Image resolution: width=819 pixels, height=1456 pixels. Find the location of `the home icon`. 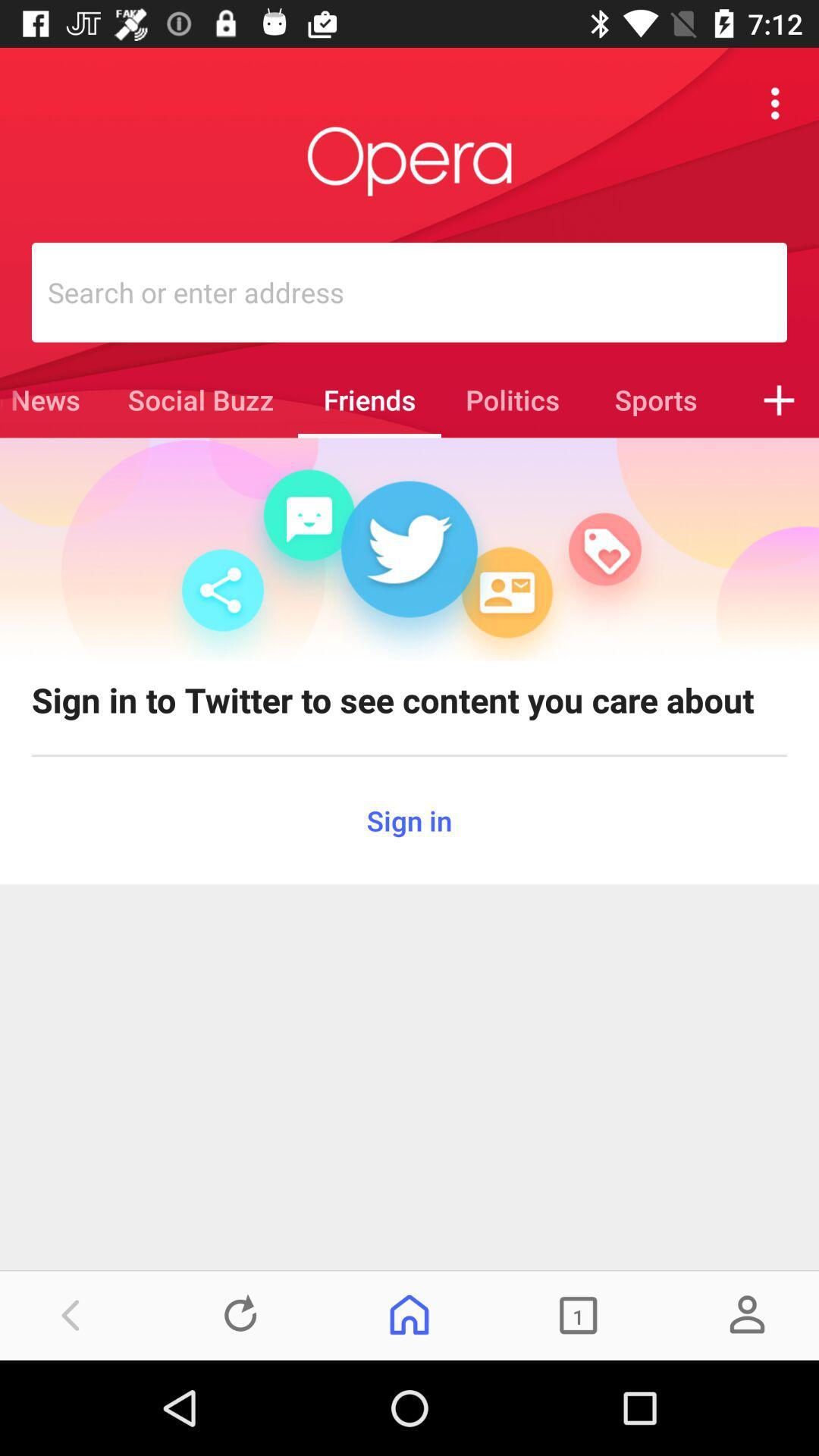

the home icon is located at coordinates (409, 1314).